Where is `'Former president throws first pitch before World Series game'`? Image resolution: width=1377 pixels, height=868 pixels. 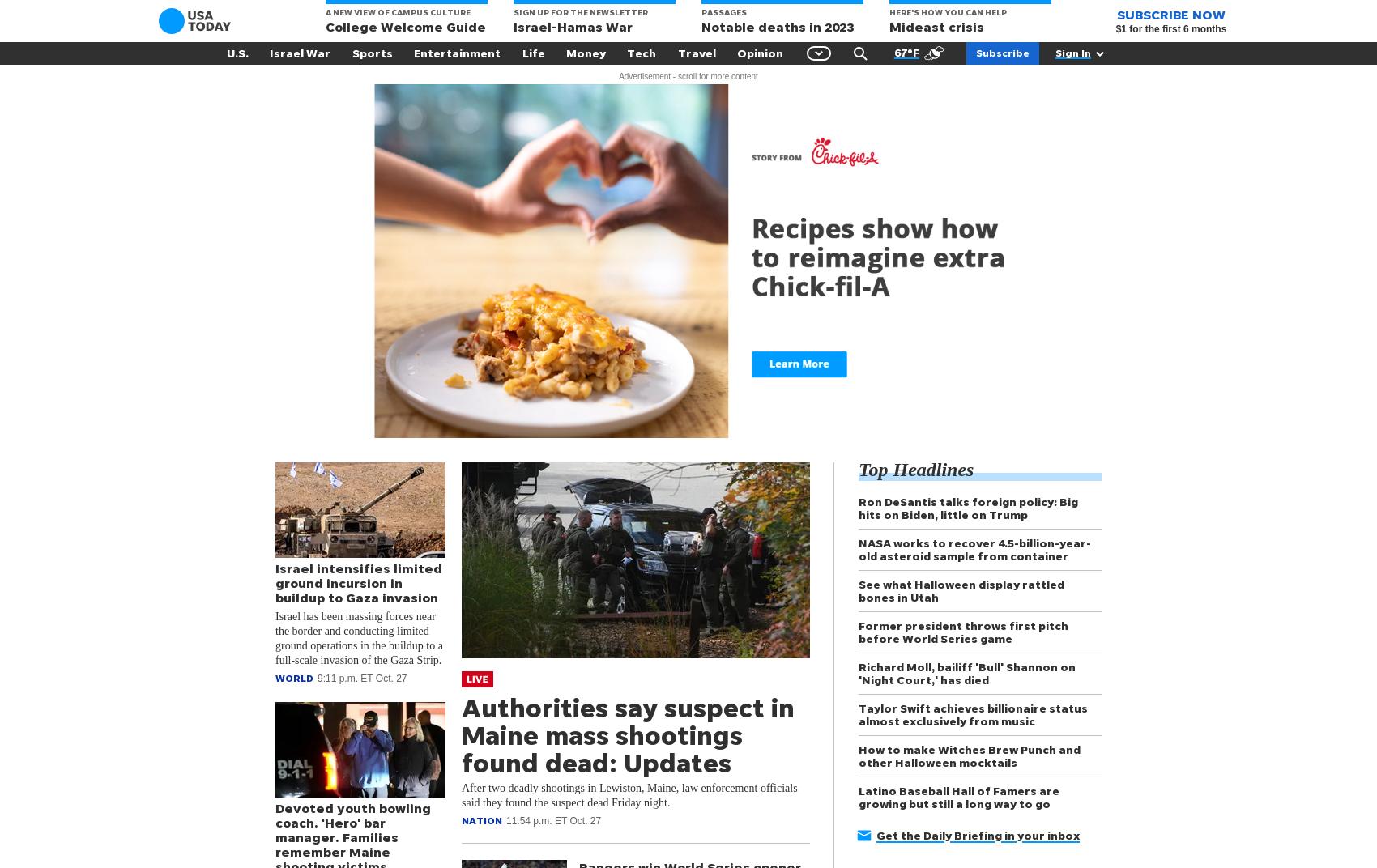
'Former president throws first pitch before World Series game' is located at coordinates (962, 632).